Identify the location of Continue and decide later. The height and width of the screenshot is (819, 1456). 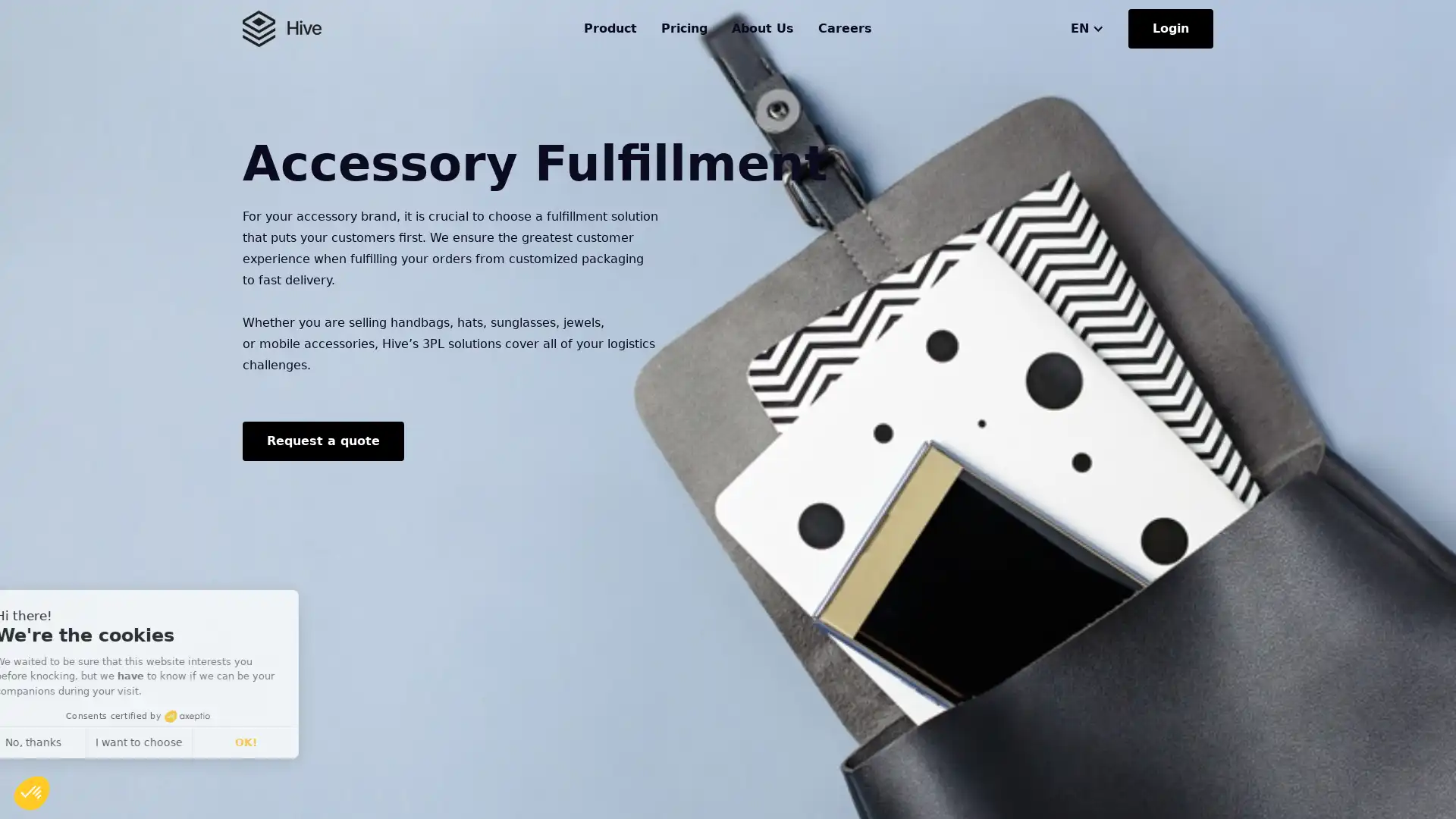
(32, 792).